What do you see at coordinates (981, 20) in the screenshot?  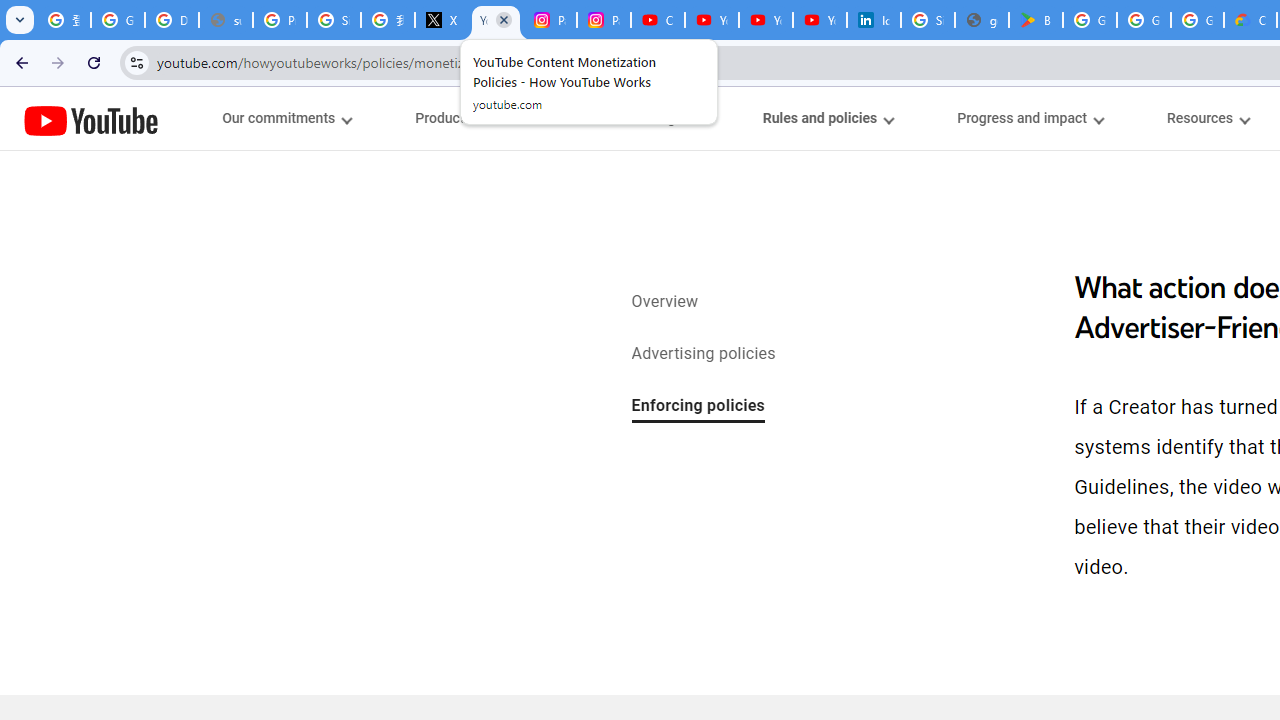 I see `'google_privacy_policy_en.pdf'` at bounding box center [981, 20].